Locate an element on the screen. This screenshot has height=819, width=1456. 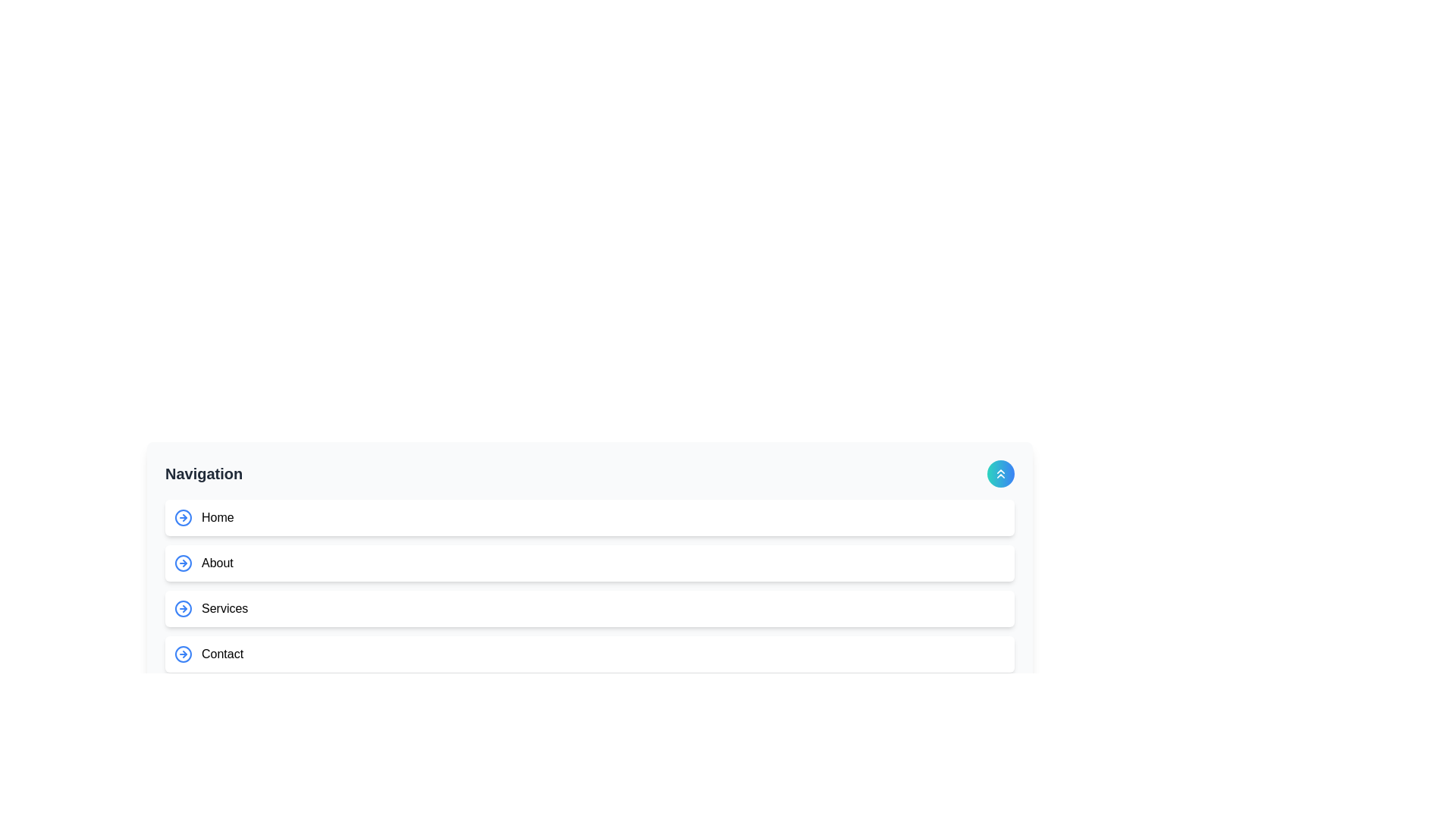
the circular graphical icon that precedes the 'Home' text item in the navigation list, located to the left of the 'Home' label is located at coordinates (182, 516).